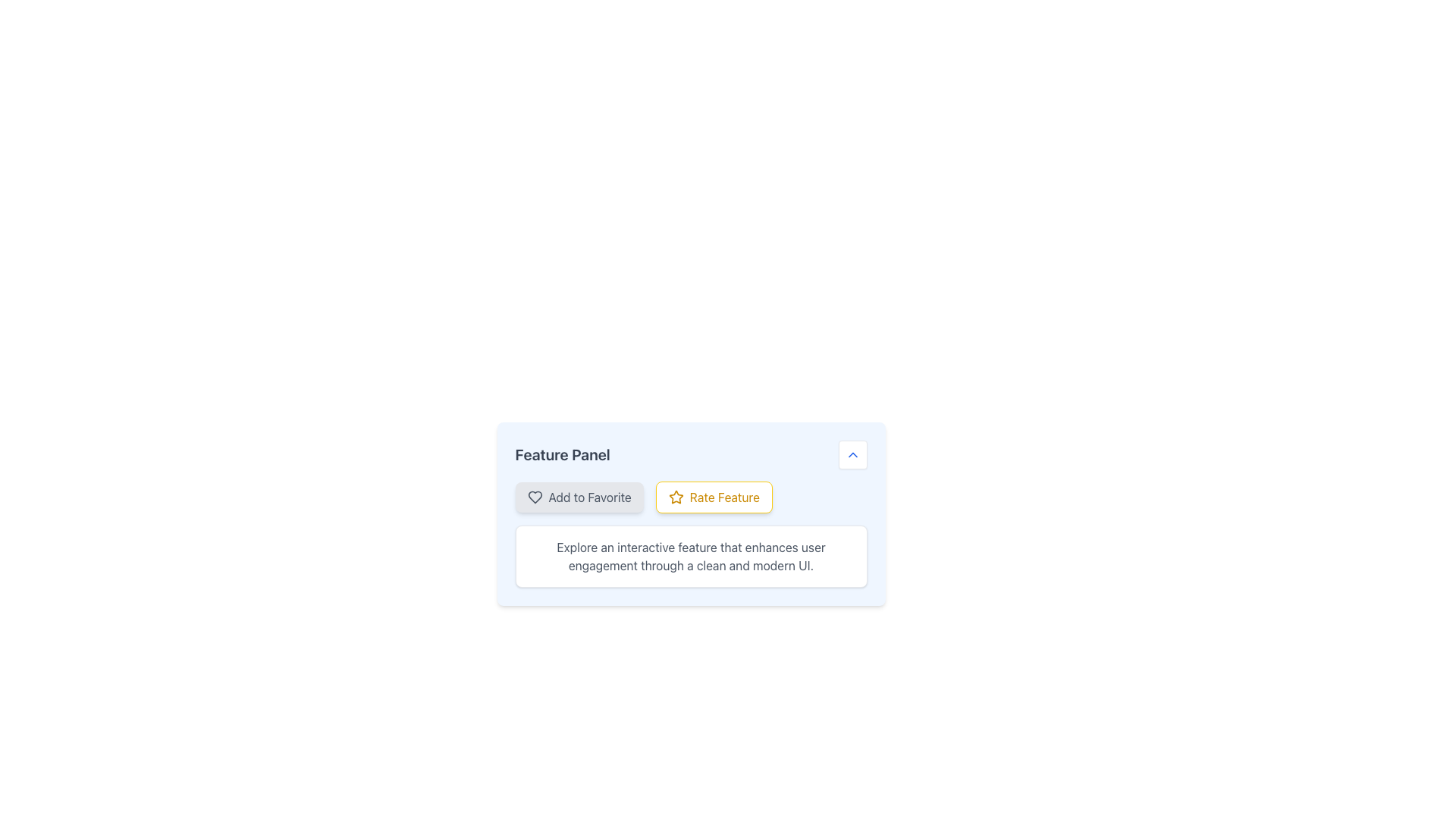 The height and width of the screenshot is (819, 1456). What do you see at coordinates (535, 497) in the screenshot?
I see `the heart icon located within the left button labeled 'Add to Favorite'` at bounding box center [535, 497].